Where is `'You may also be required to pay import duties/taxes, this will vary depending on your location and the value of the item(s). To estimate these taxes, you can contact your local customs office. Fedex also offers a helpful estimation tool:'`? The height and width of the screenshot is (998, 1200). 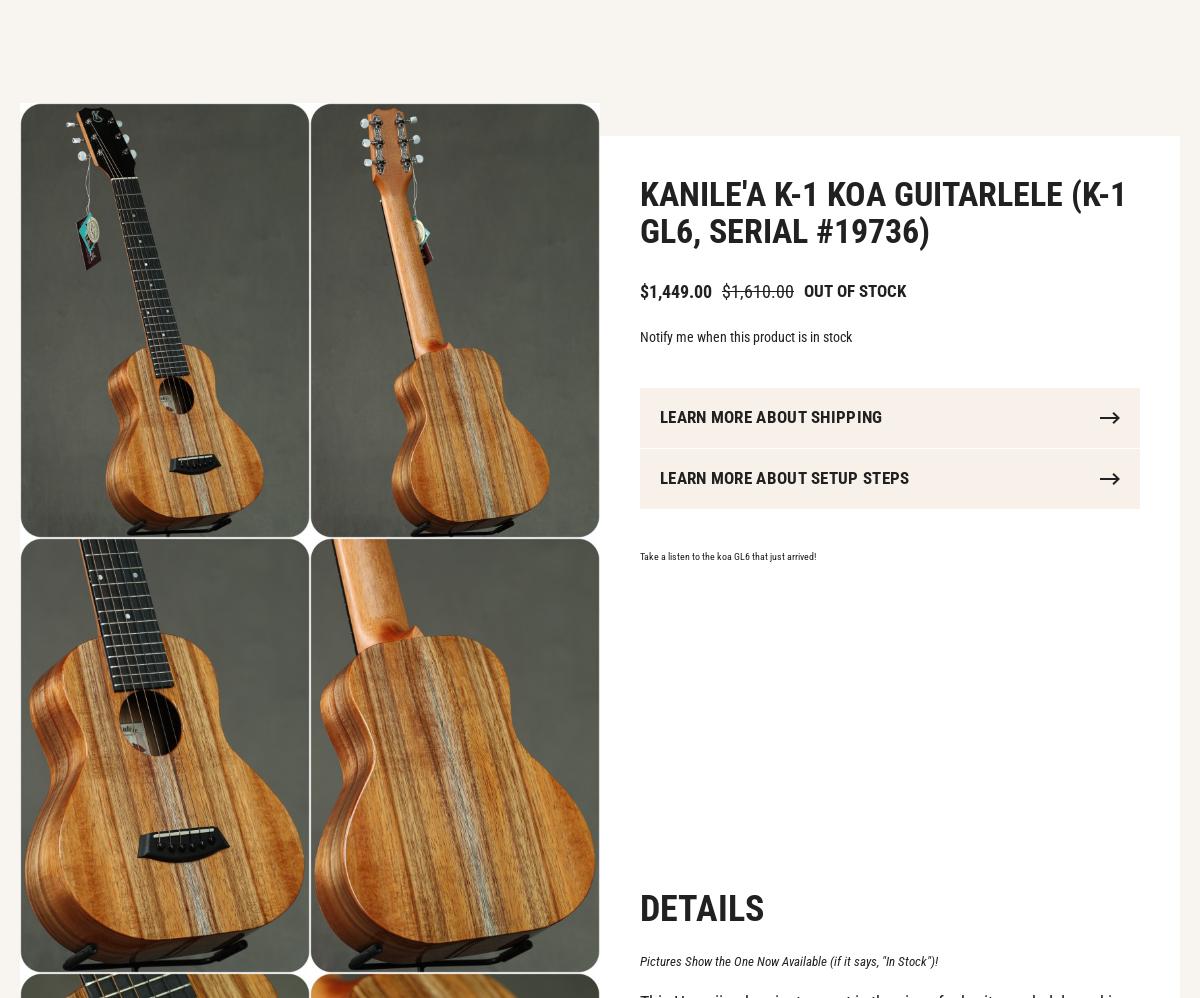 'You may also be required to pay import duties/taxes, this will vary depending on your location and the value of the item(s). To estimate these taxes, you can contact your local customs office. Fedex also offers a helpful estimation tool:' is located at coordinates (313, 570).